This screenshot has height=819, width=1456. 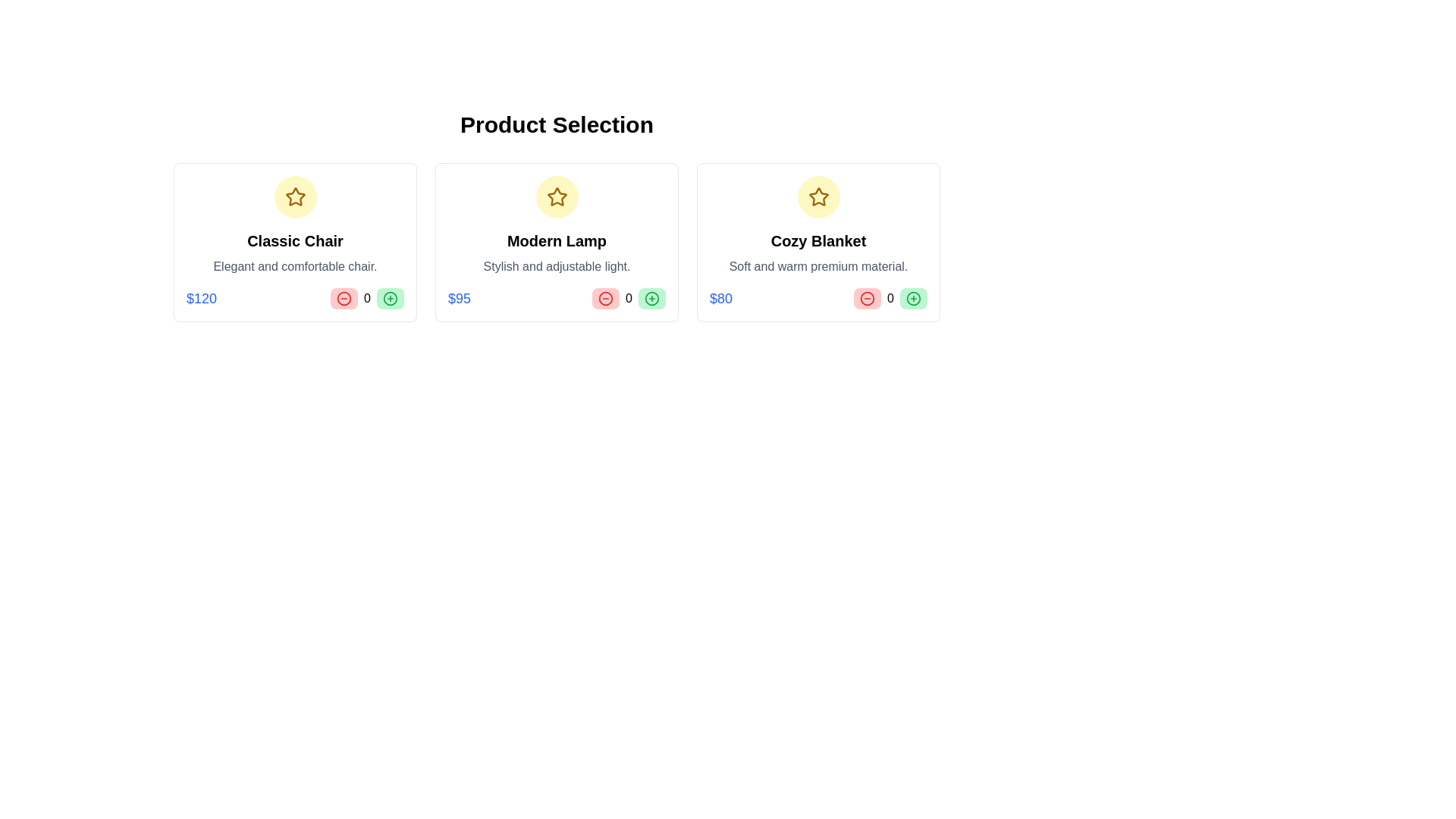 What do you see at coordinates (651, 298) in the screenshot?
I see `the increment button located in the right-bottom section of the 'Modern Lamp' product card to observe potential hover effects` at bounding box center [651, 298].